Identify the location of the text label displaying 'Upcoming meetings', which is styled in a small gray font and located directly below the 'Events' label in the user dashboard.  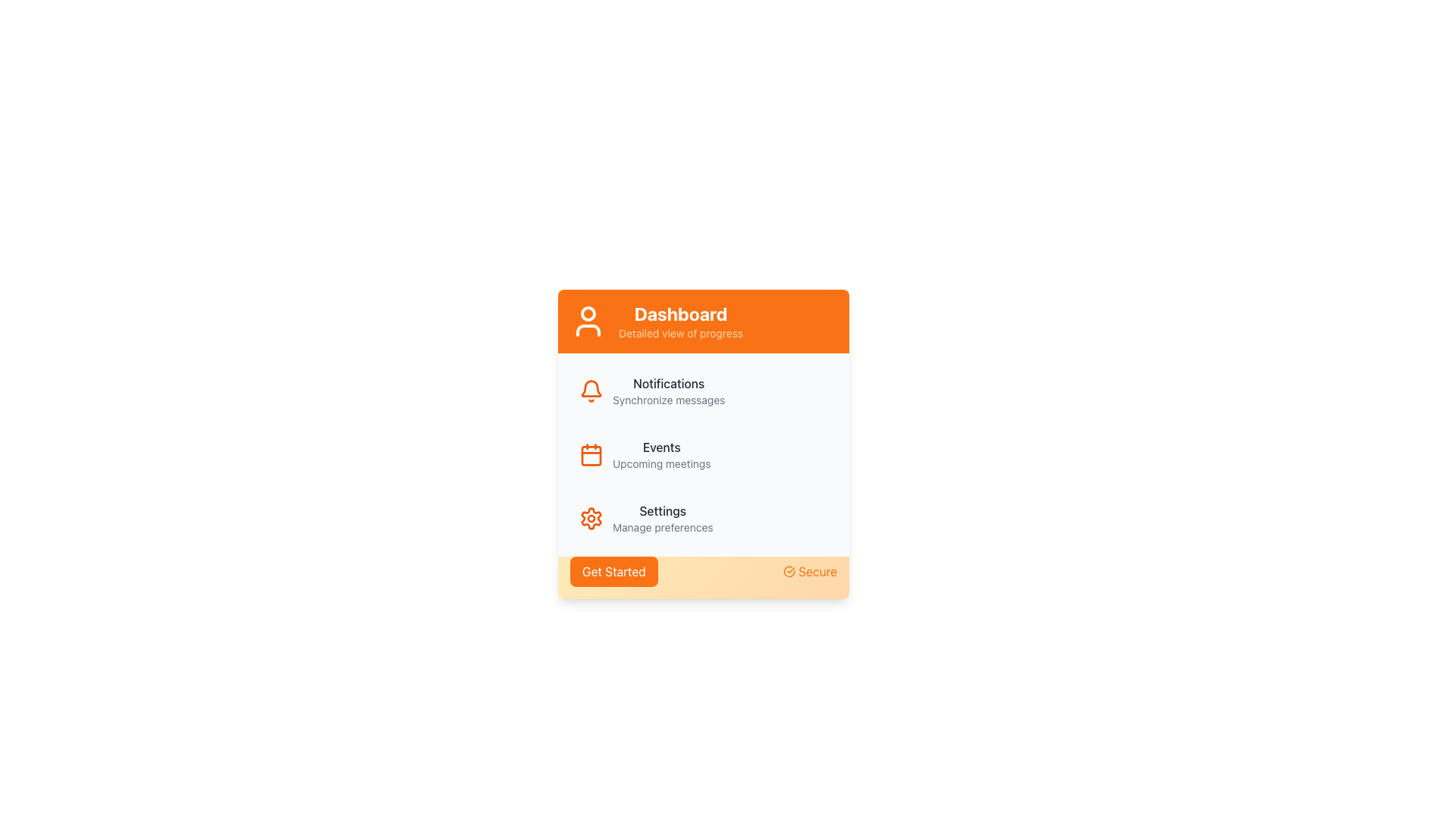
(661, 463).